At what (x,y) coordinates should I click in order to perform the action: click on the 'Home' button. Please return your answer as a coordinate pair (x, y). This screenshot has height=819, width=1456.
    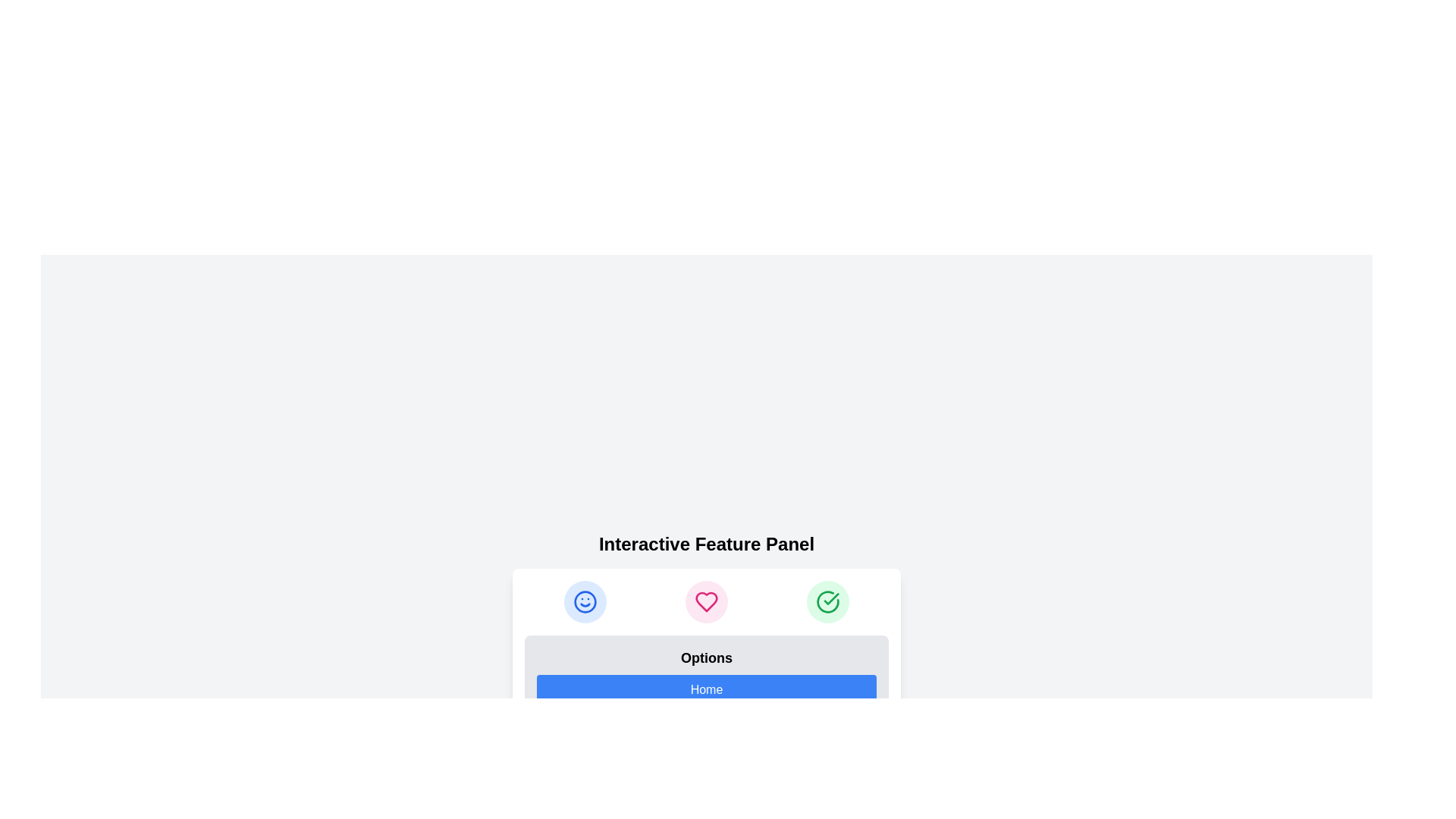
    Looking at the image, I should click on (705, 690).